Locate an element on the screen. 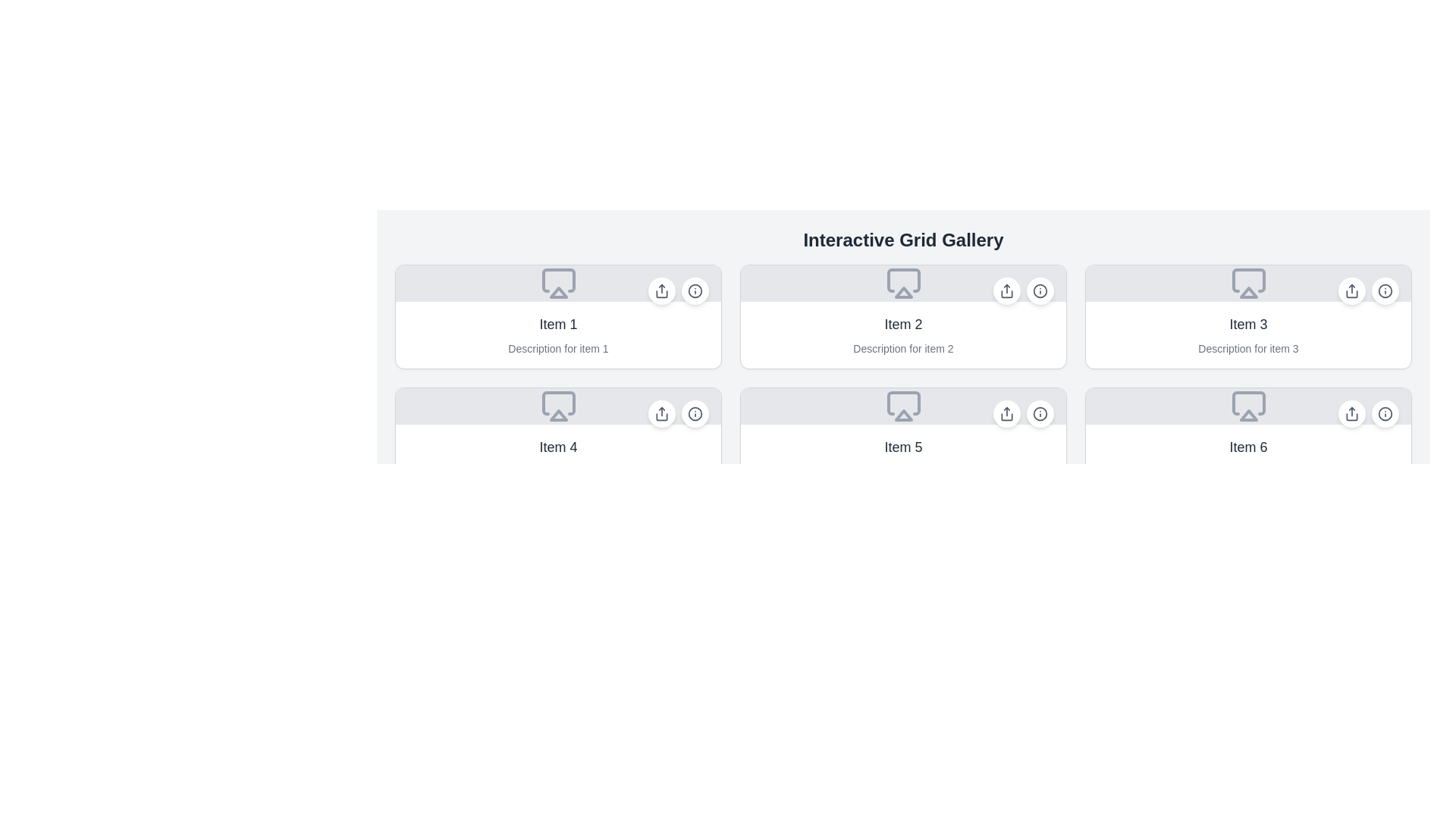  the button located at the top-right corner of the card for 'Item 3' is located at coordinates (1385, 291).